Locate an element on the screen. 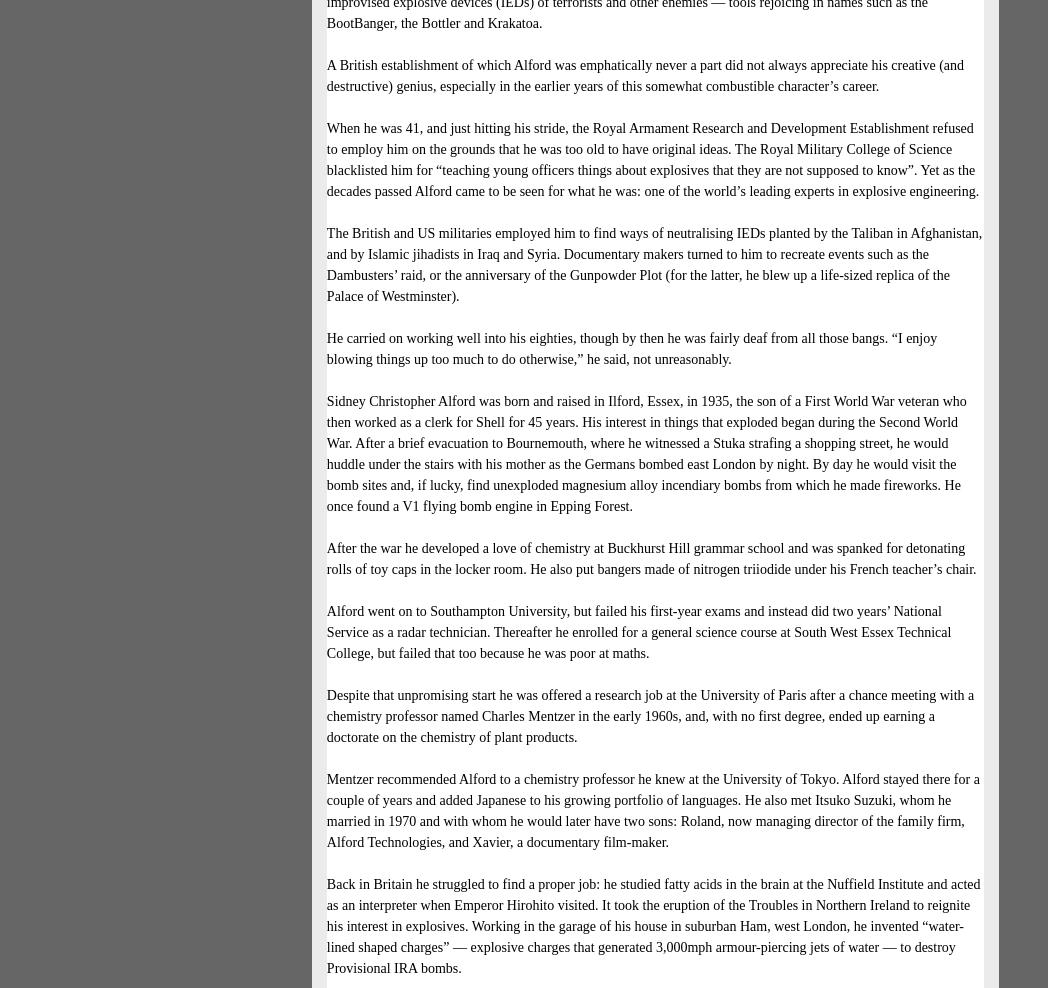  'After the war he developed a love of
chemistry at Buckhurst Hill grammar school and was spanked for detonating rolls of toy caps in the locker room. He also put bangers made of nitrogen triiodide under his French teacher’s chair.' is located at coordinates (650, 559).